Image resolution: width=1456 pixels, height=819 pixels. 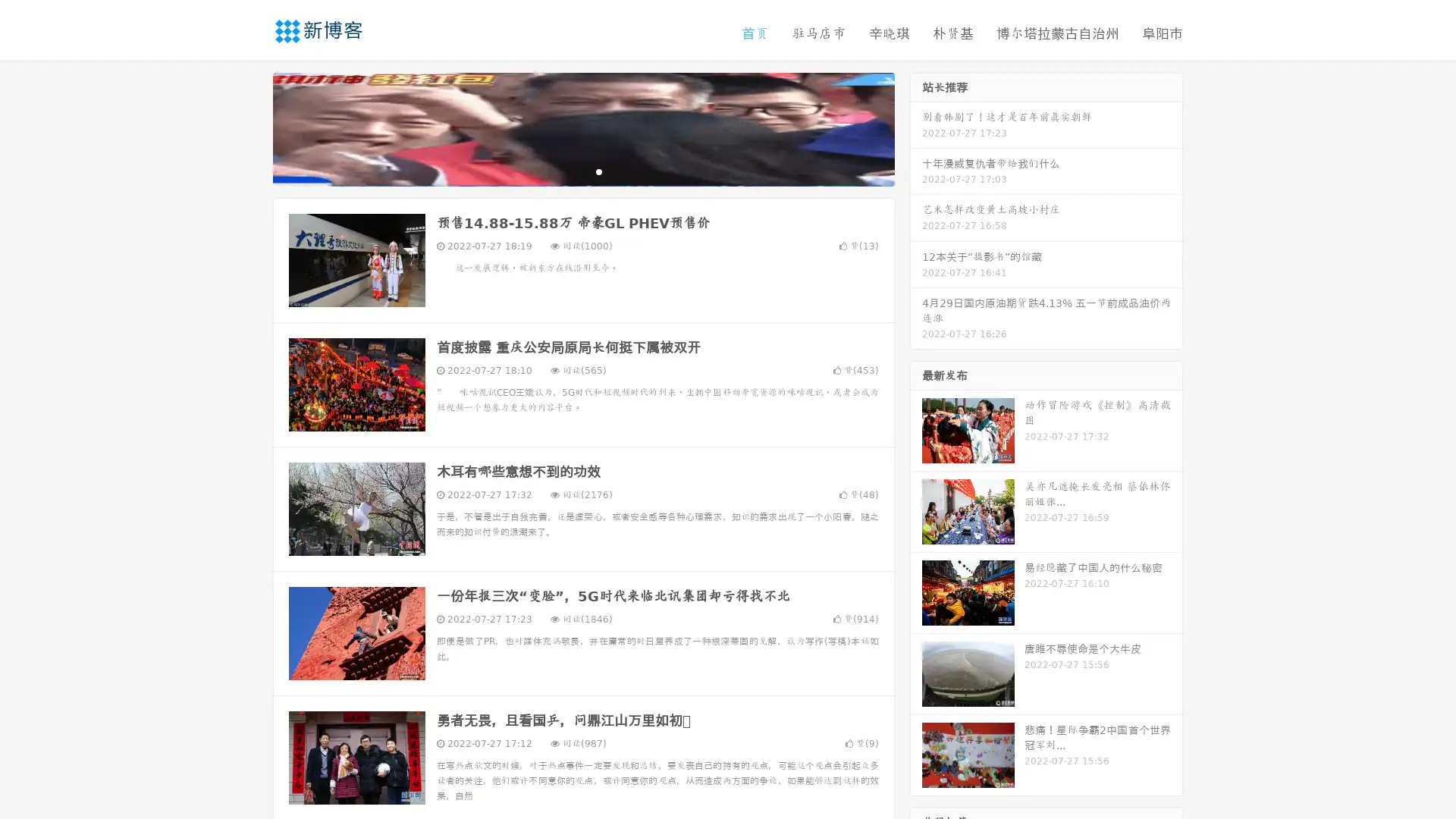 What do you see at coordinates (598, 171) in the screenshot?
I see `Go to slide 3` at bounding box center [598, 171].